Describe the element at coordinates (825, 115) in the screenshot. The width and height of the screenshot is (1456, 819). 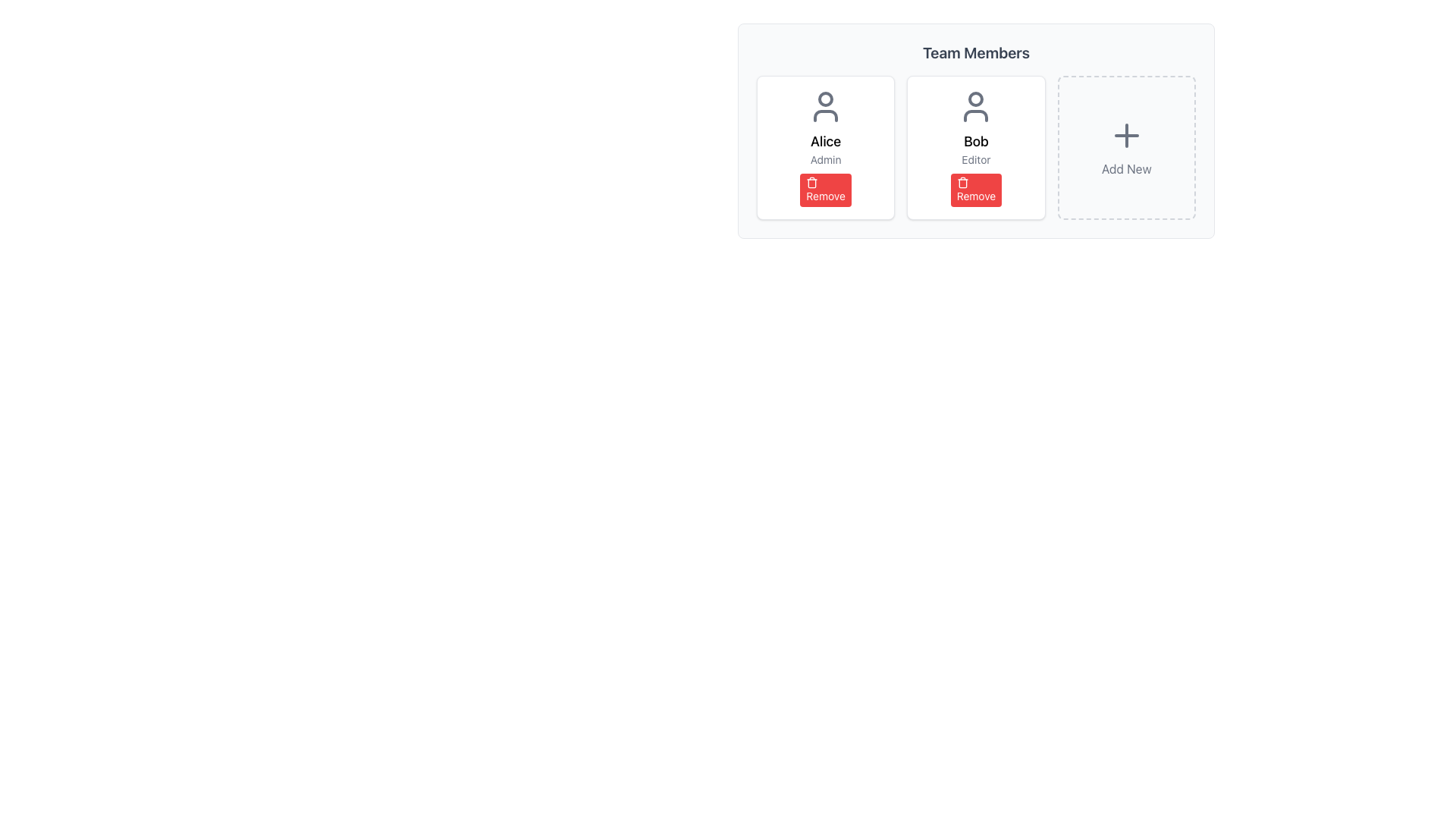
I see `the graphical icon representing a rectangular bar within the circular profile icon for 'Alice' in the 'Team Members' section` at that location.